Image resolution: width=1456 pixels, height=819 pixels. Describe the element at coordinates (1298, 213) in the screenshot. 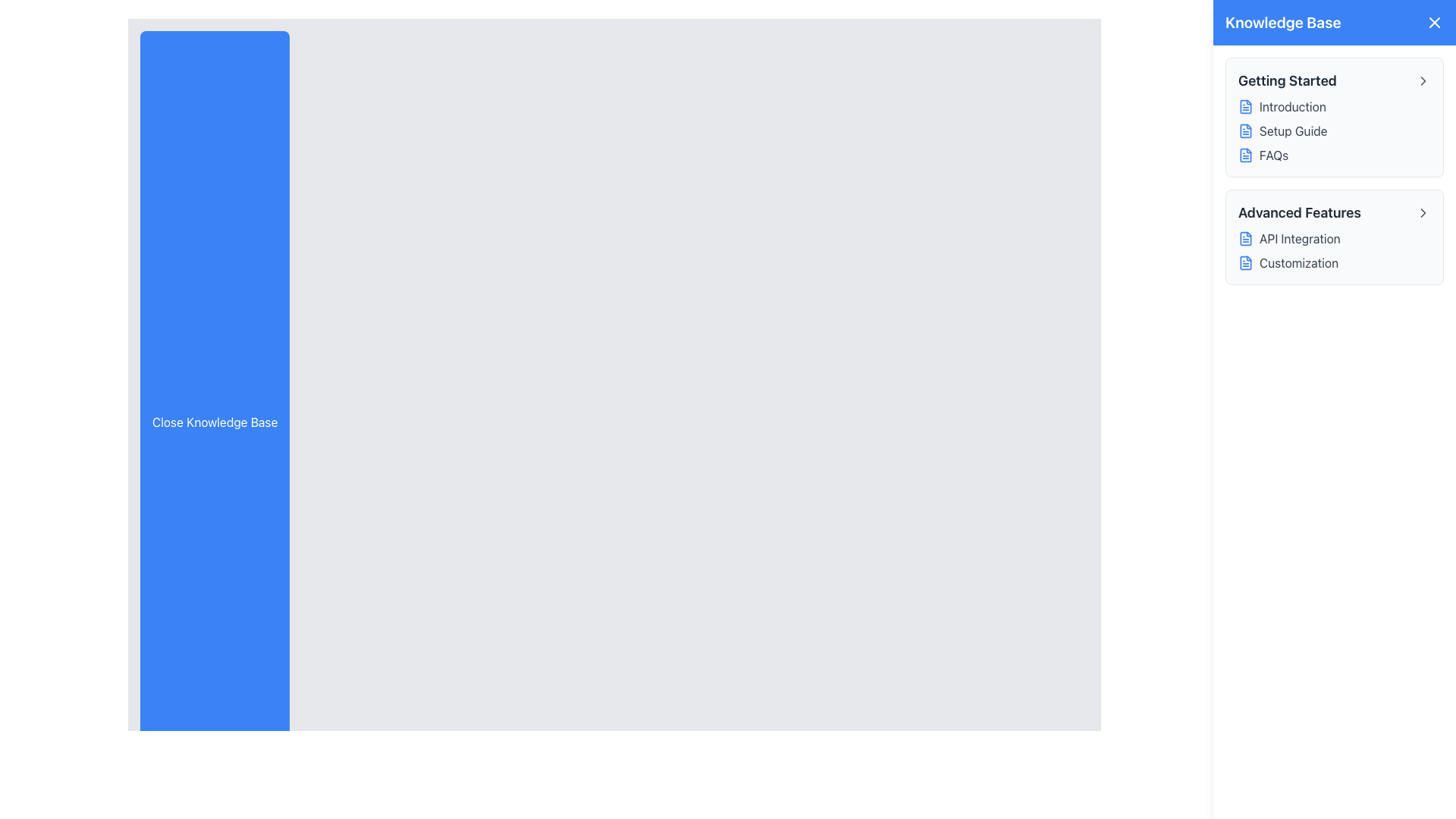

I see `the 'Advanced Features' text label, which is prominently styled in bold dark gray font within the 'Knowledge Base' section under 'Getting Started'` at that location.